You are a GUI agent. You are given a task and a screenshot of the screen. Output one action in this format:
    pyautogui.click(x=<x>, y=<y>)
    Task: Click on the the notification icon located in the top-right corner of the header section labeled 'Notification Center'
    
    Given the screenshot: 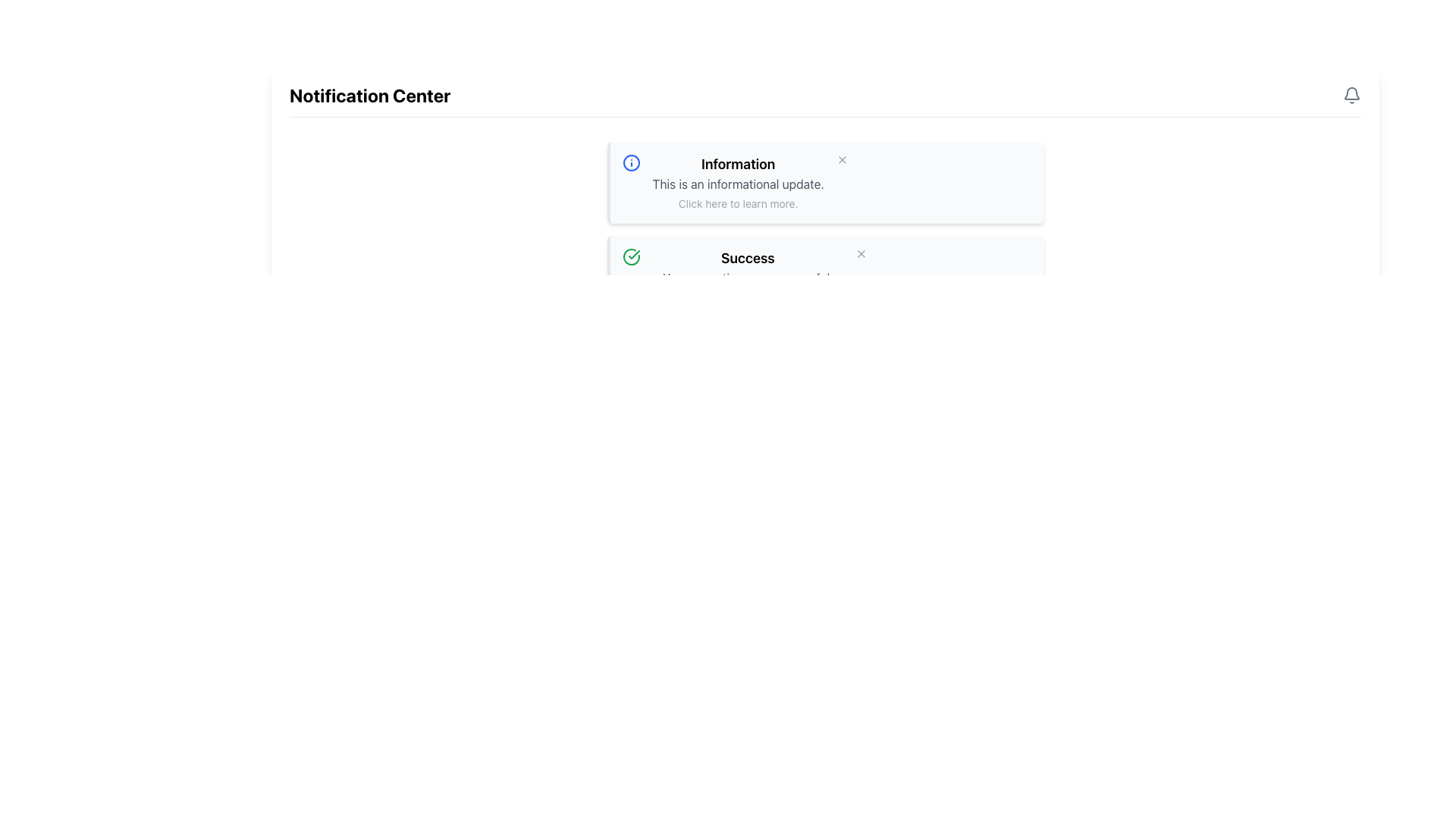 What is the action you would take?
    pyautogui.click(x=1351, y=96)
    